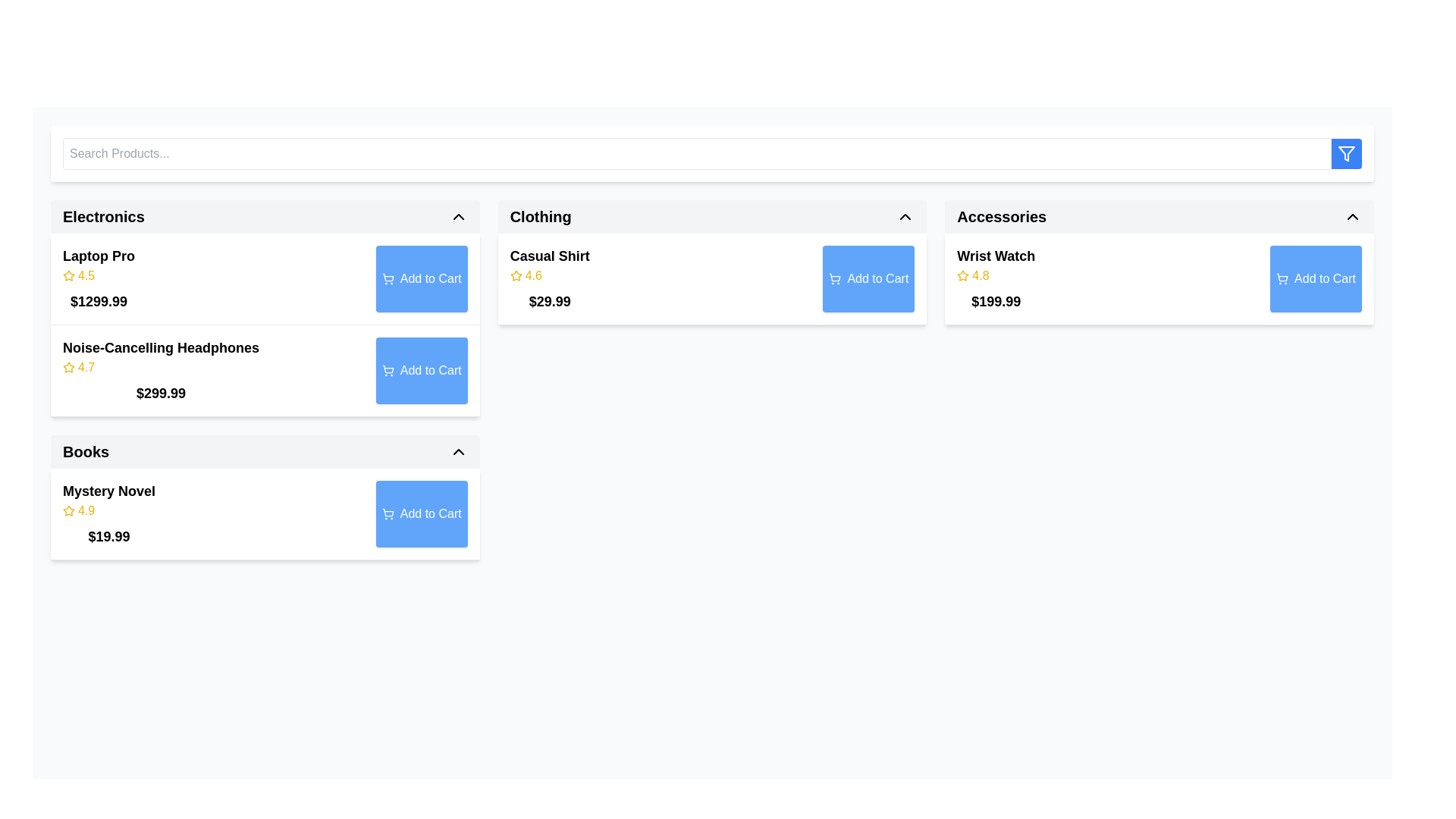 Image resolution: width=1456 pixels, height=819 pixels. Describe the element at coordinates (68, 510) in the screenshot. I see `the star icon representing the rating for the 'Mystery Novel' item in the 'Books' section of the interface` at that location.